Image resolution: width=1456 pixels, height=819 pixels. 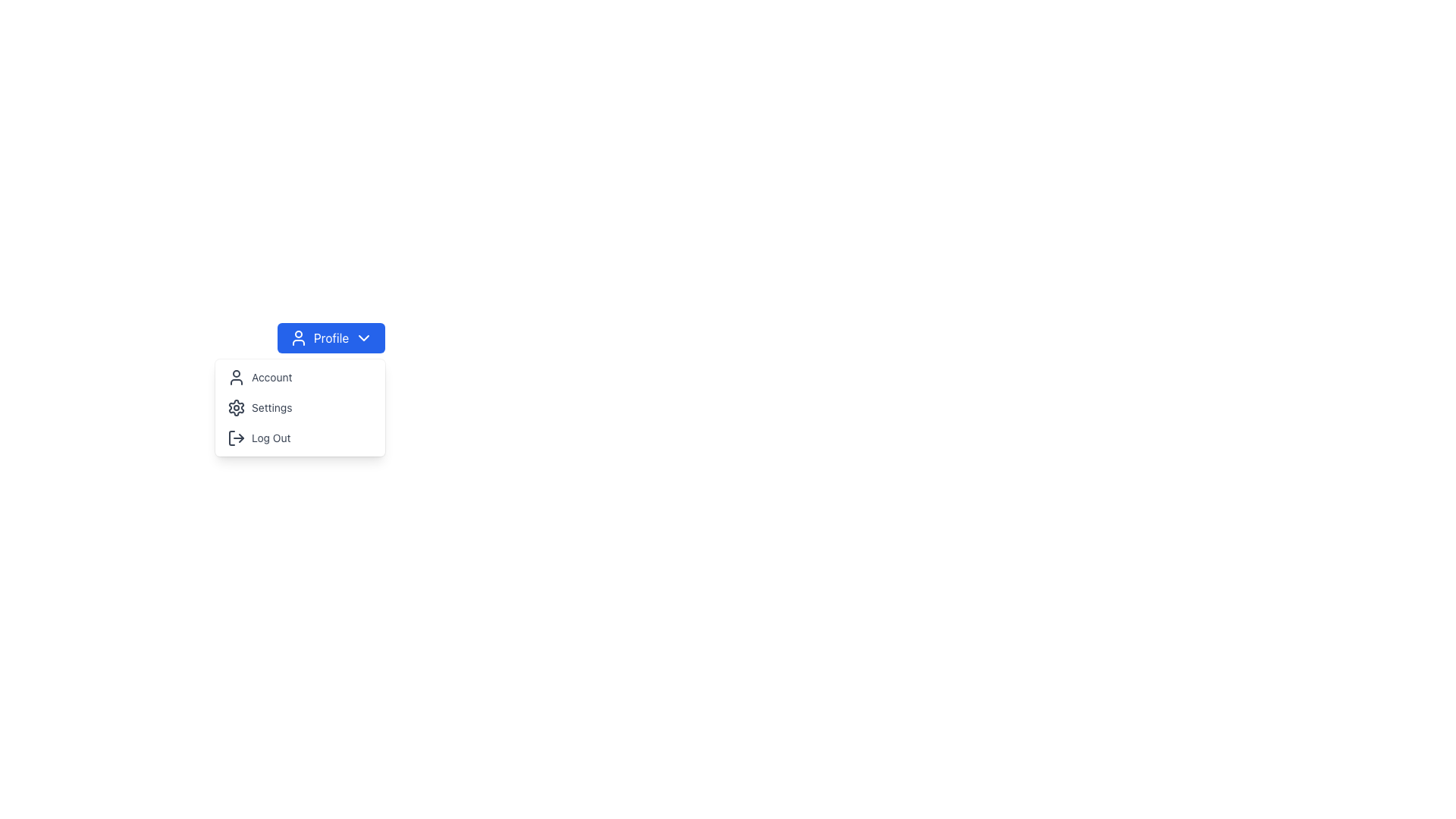 I want to click on the 'Settings' option in the dropdown menu located in the top-right section of the interface, immediately below the 'Profile' button, so click(x=300, y=406).